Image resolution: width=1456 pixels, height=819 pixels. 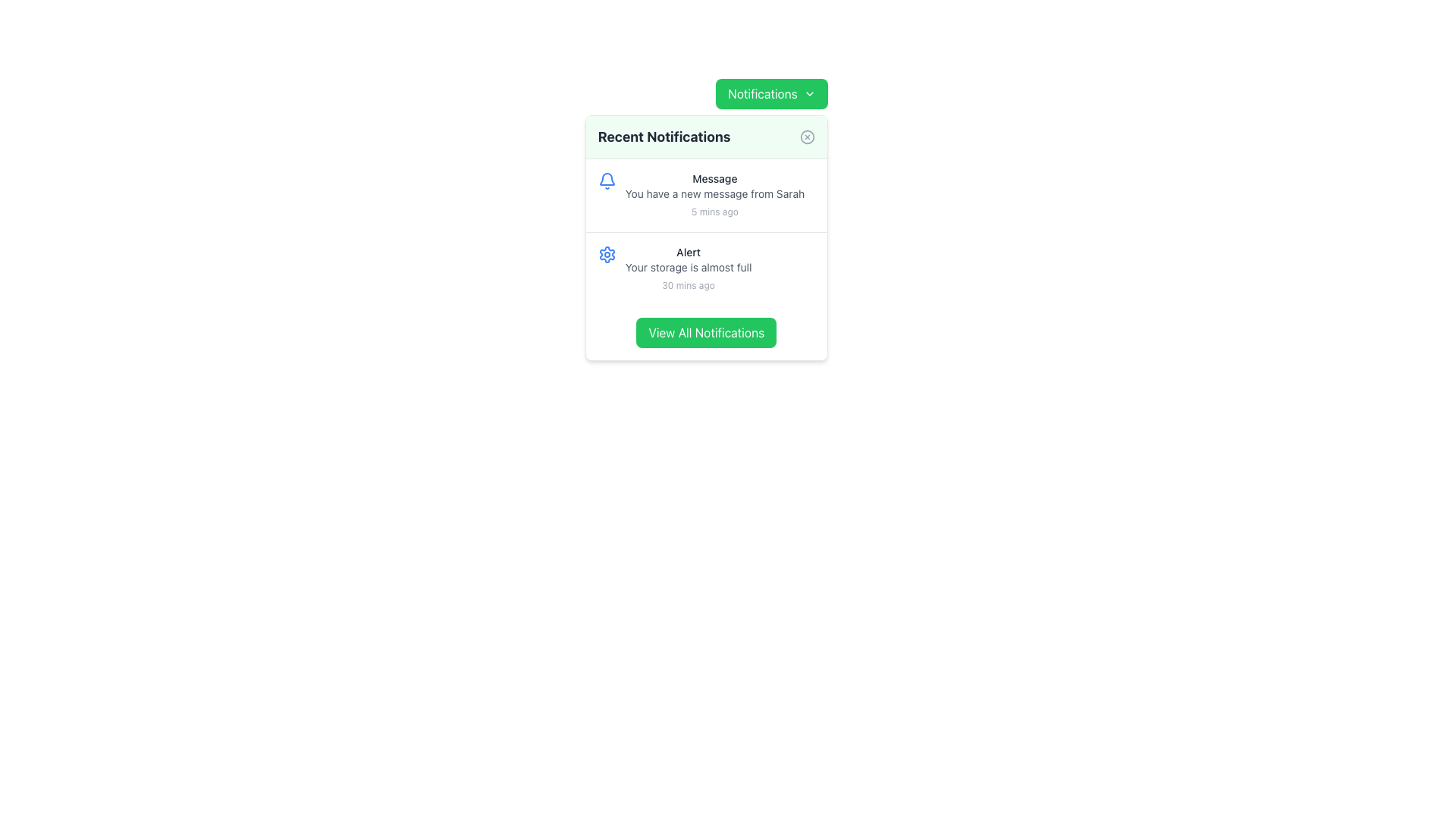 I want to click on the first notification item in the 'Recent Notifications' dropdown, which features a blue bell icon, a bold title 'Message', a subtitle 'You have a new message from Sarah', and a timestamp '5 mins ago', so click(x=705, y=195).